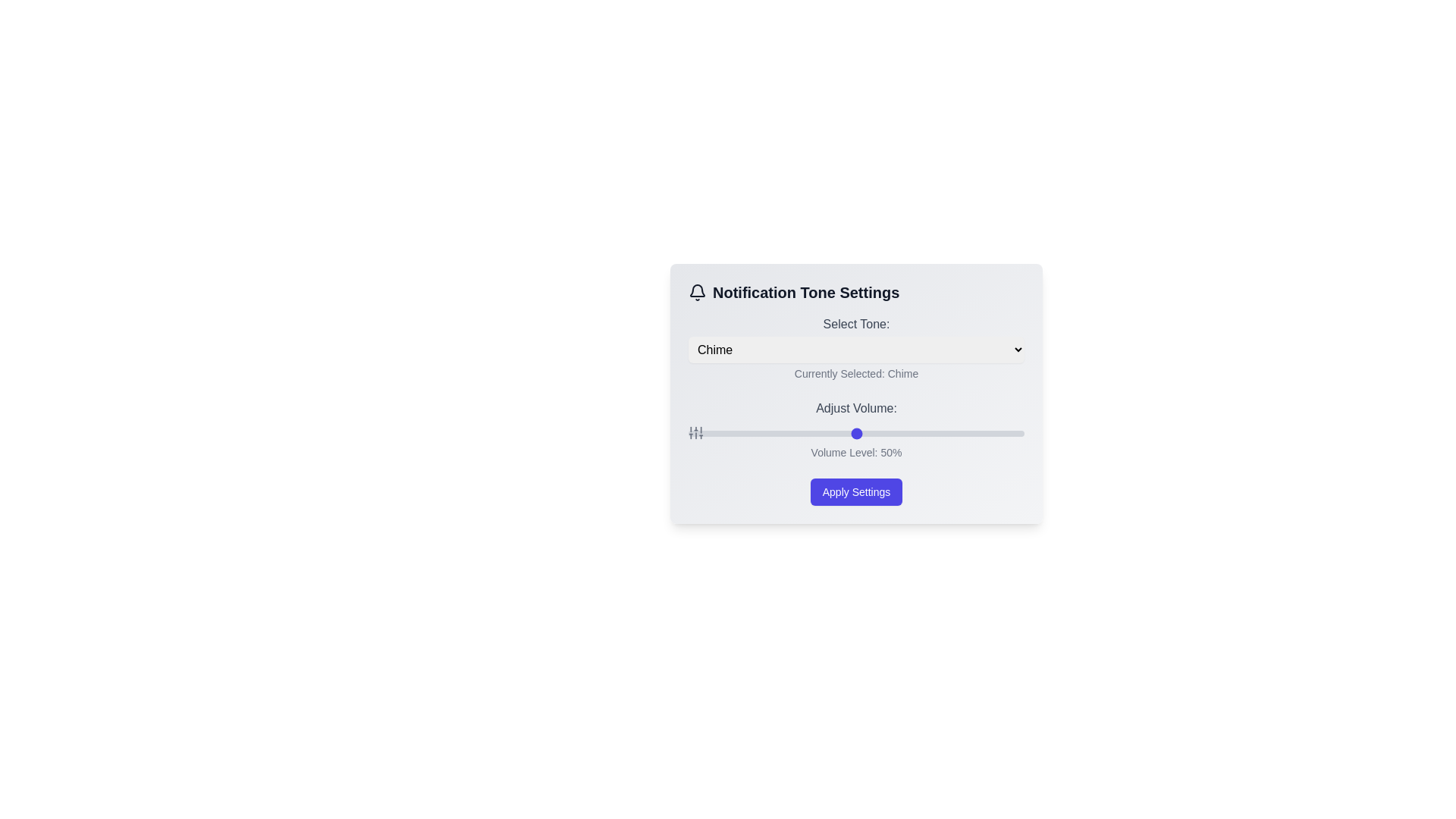 This screenshot has height=819, width=1456. Describe the element at coordinates (856, 491) in the screenshot. I see `the apply button located at the bottom of the 'Notification Tone Settings' dialog box` at that location.